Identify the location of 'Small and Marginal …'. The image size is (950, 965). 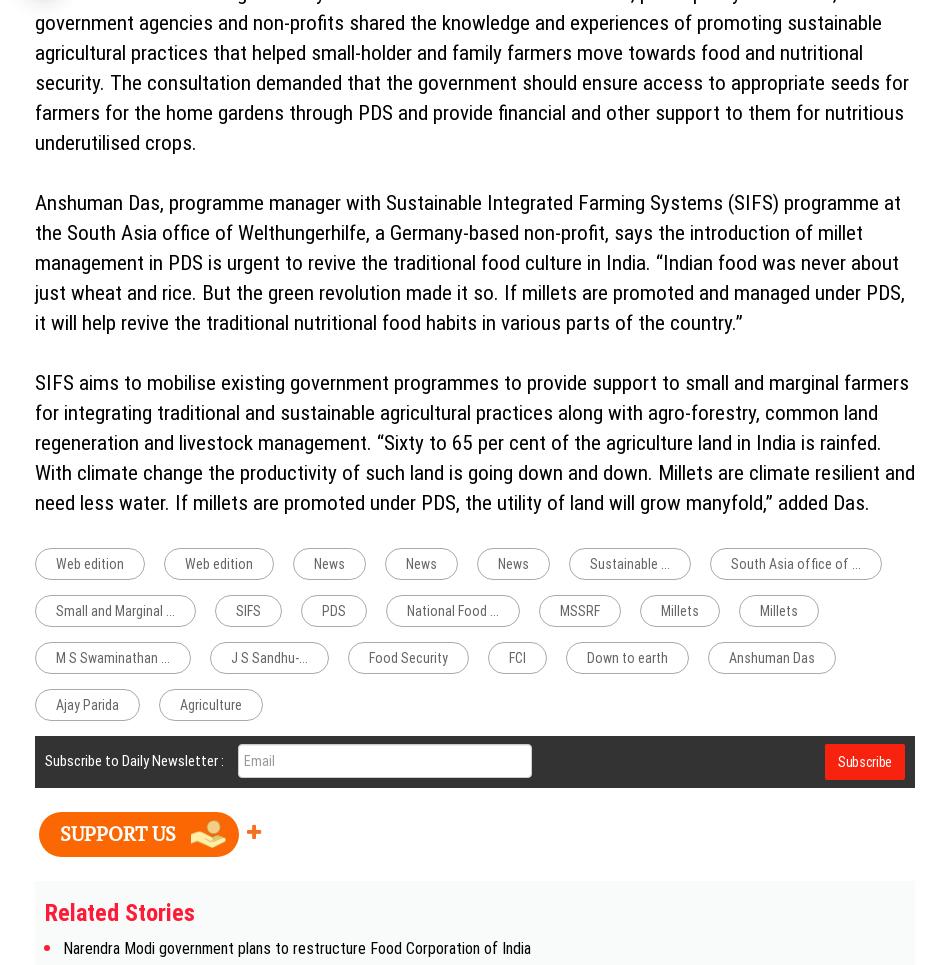
(55, 610).